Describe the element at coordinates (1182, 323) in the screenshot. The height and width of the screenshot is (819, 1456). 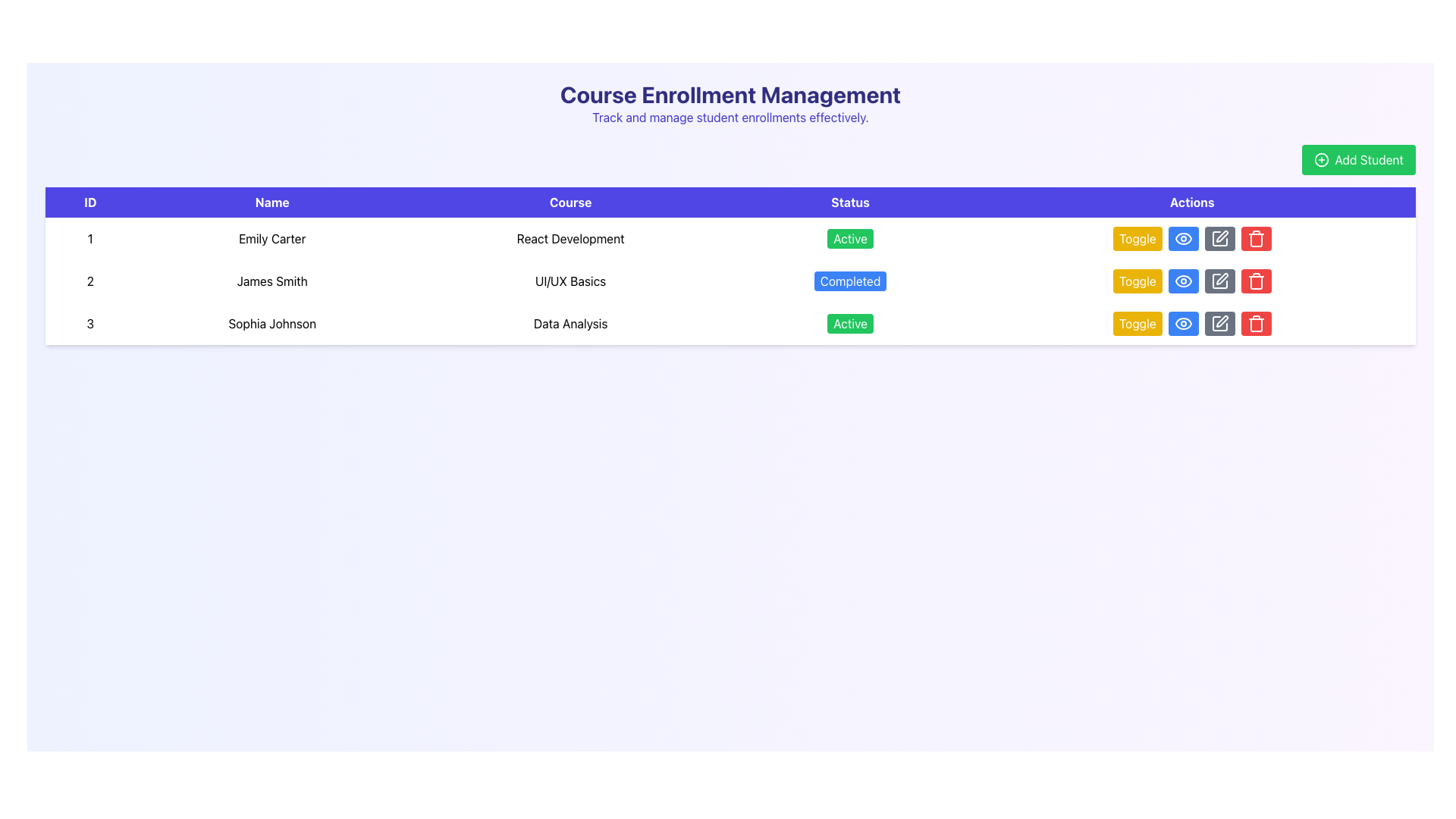
I see `the visual indication icon in the Actions column of the third row of the table` at that location.